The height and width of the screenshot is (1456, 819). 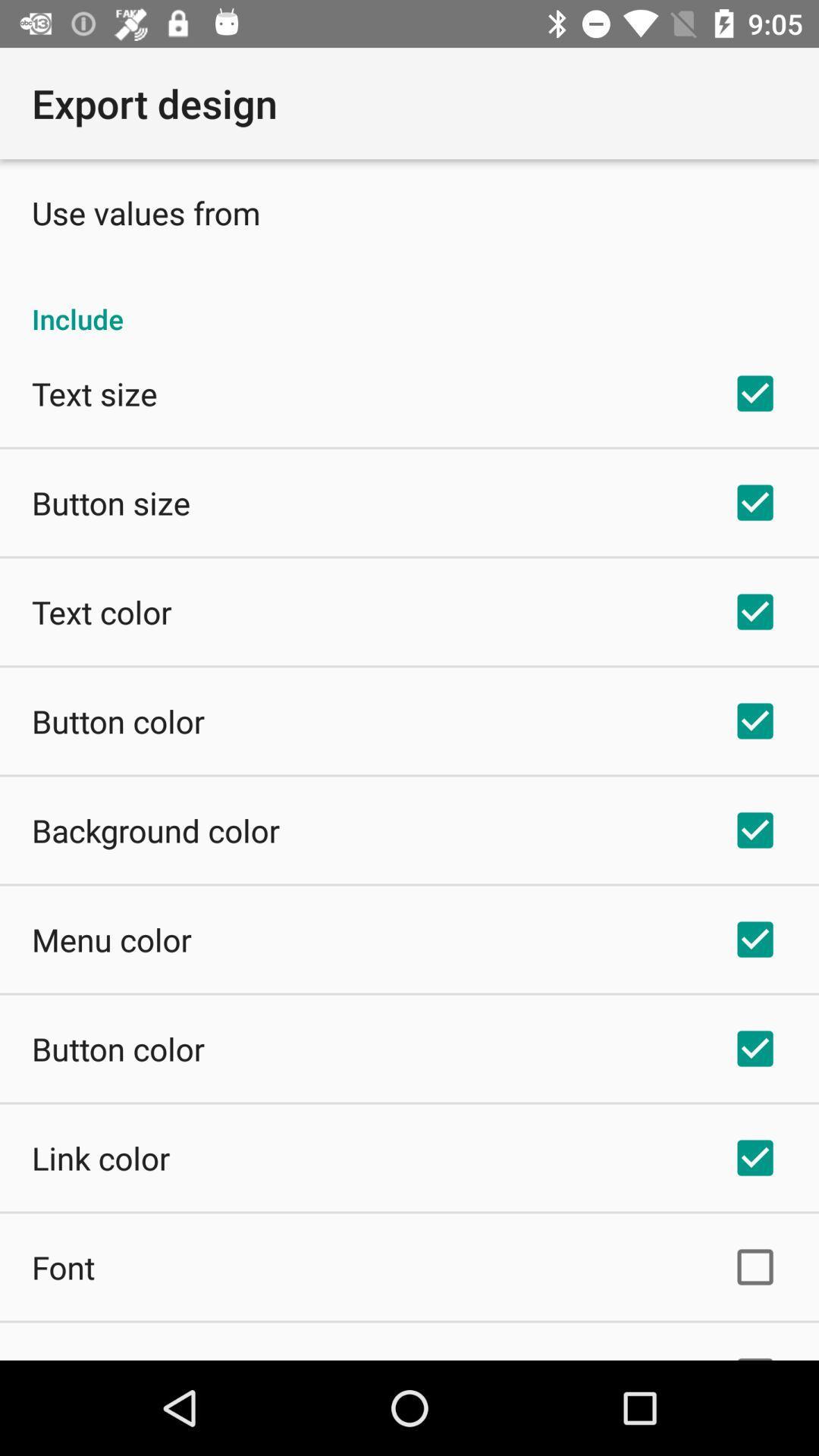 What do you see at coordinates (101, 1156) in the screenshot?
I see `item below the button color item` at bounding box center [101, 1156].